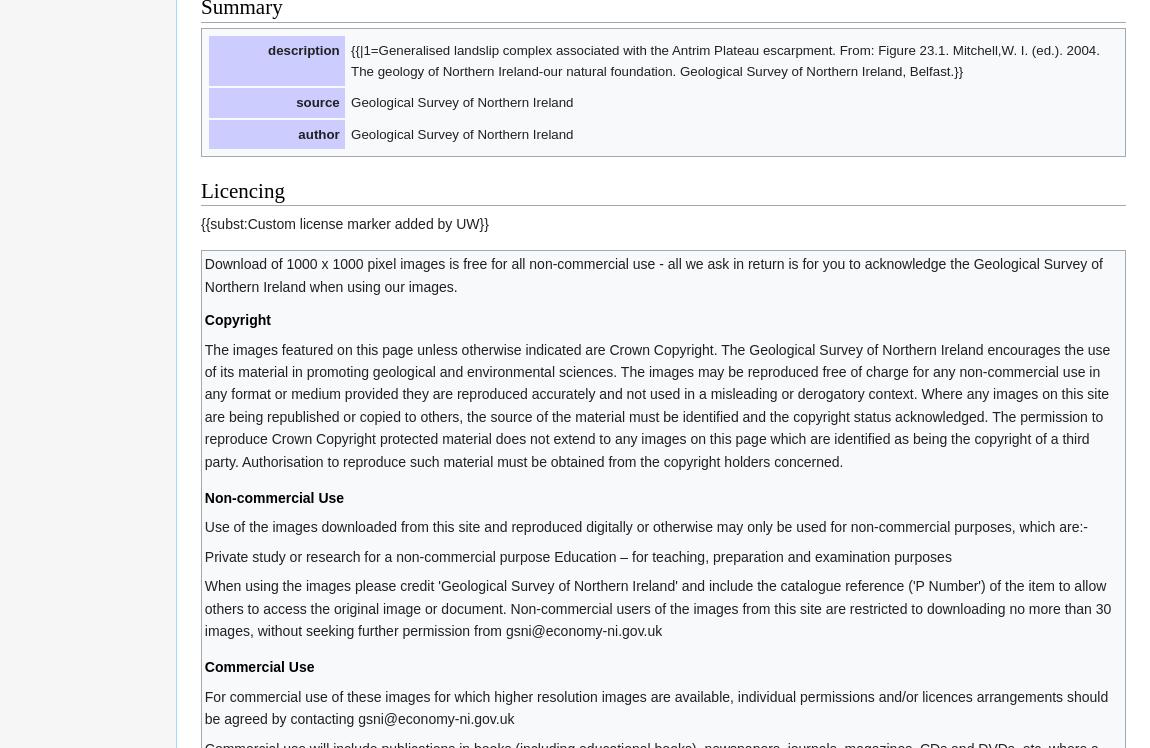  Describe the element at coordinates (654, 706) in the screenshot. I see `'For commercial use of these images for which higher resolution images are available, individual permissions and/or licences arrangements should be agreed by contacting gsni@economy-ni.gov.uk'` at that location.